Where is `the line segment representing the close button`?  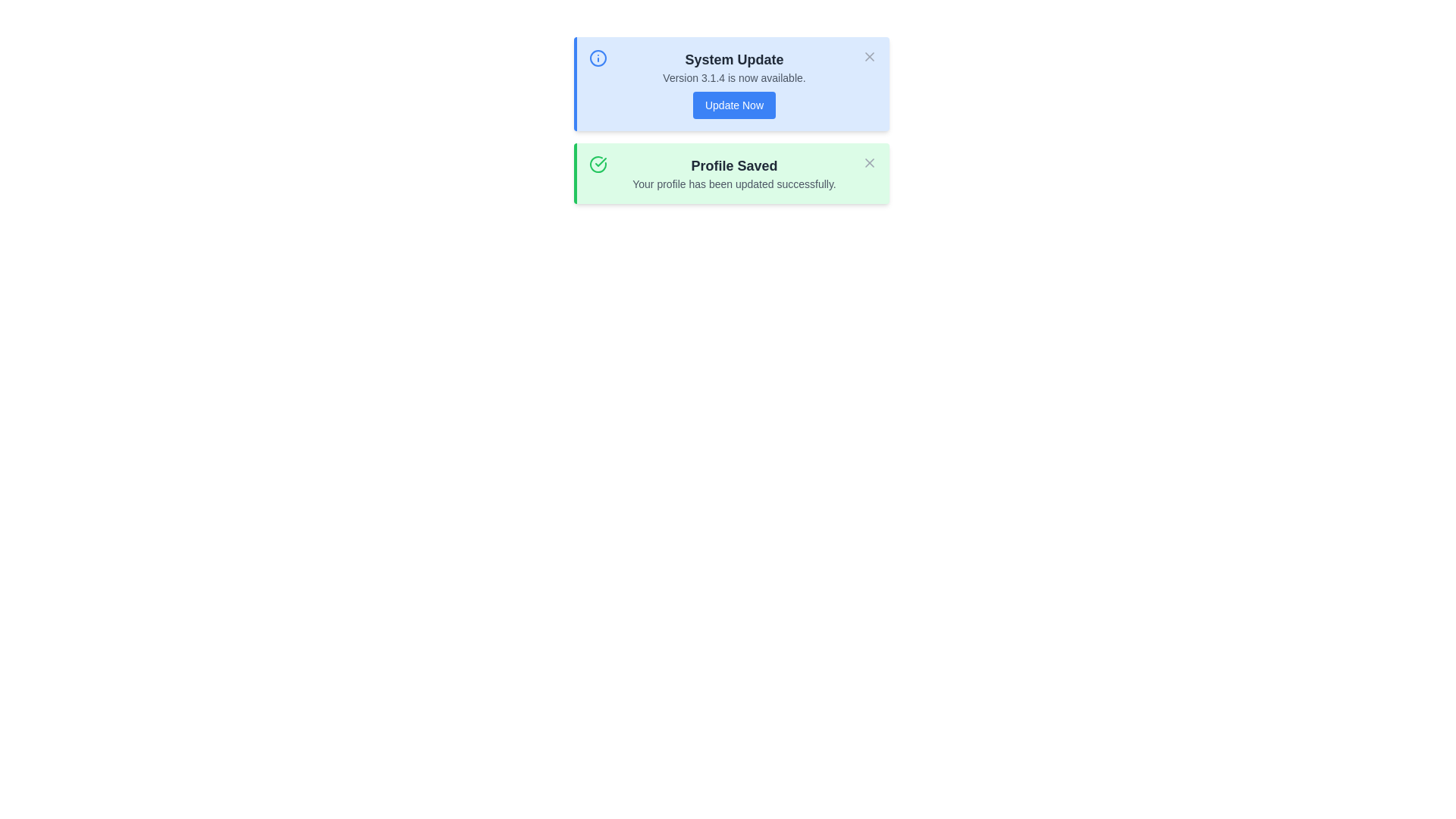
the line segment representing the close button is located at coordinates (869, 55).